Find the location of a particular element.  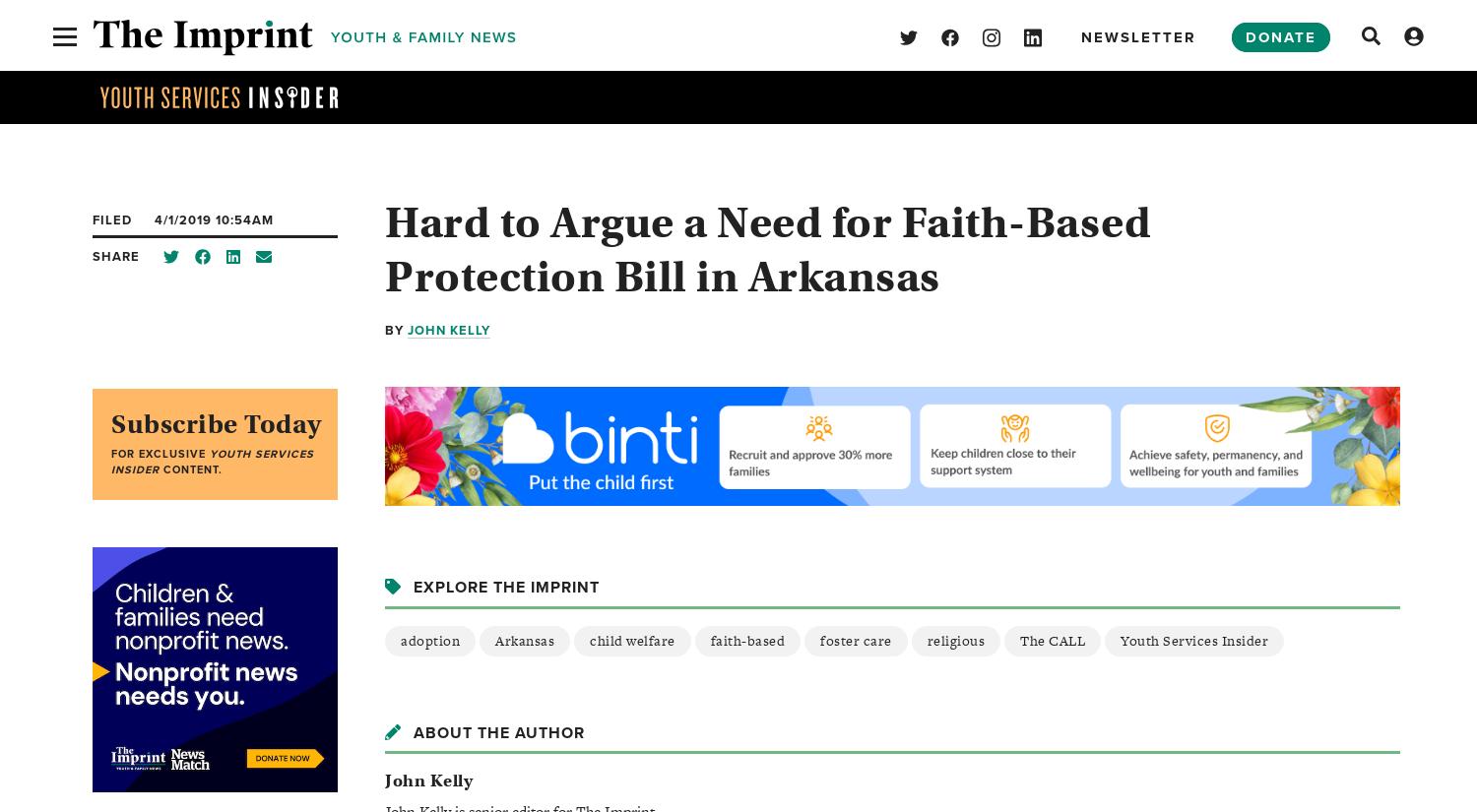

'religious' is located at coordinates (954, 640).